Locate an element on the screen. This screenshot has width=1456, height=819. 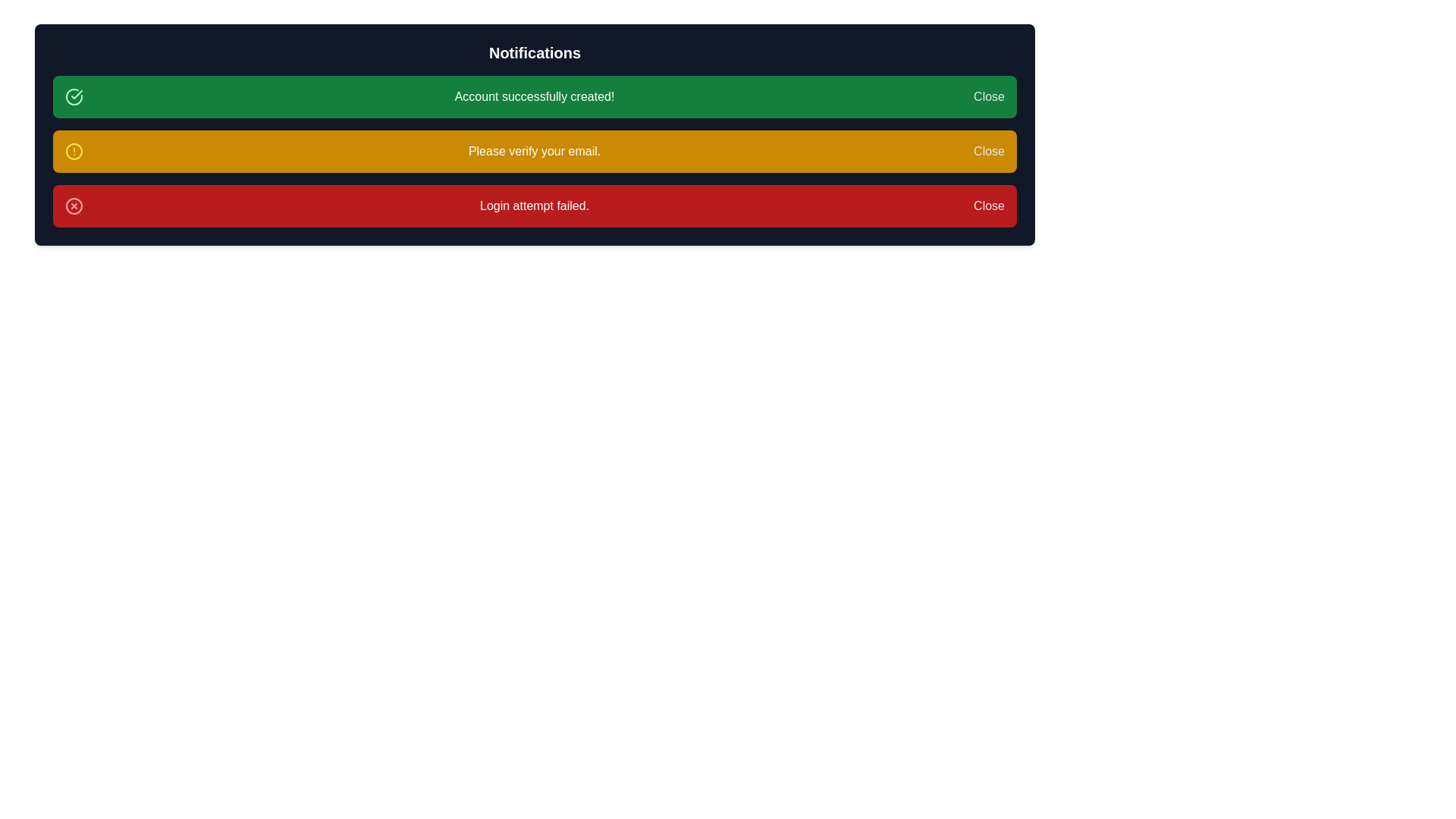
the text label displaying 'Please verify your email.' which is the second notification in the list of alert notifications, set against a yellow background is located at coordinates (535, 152).